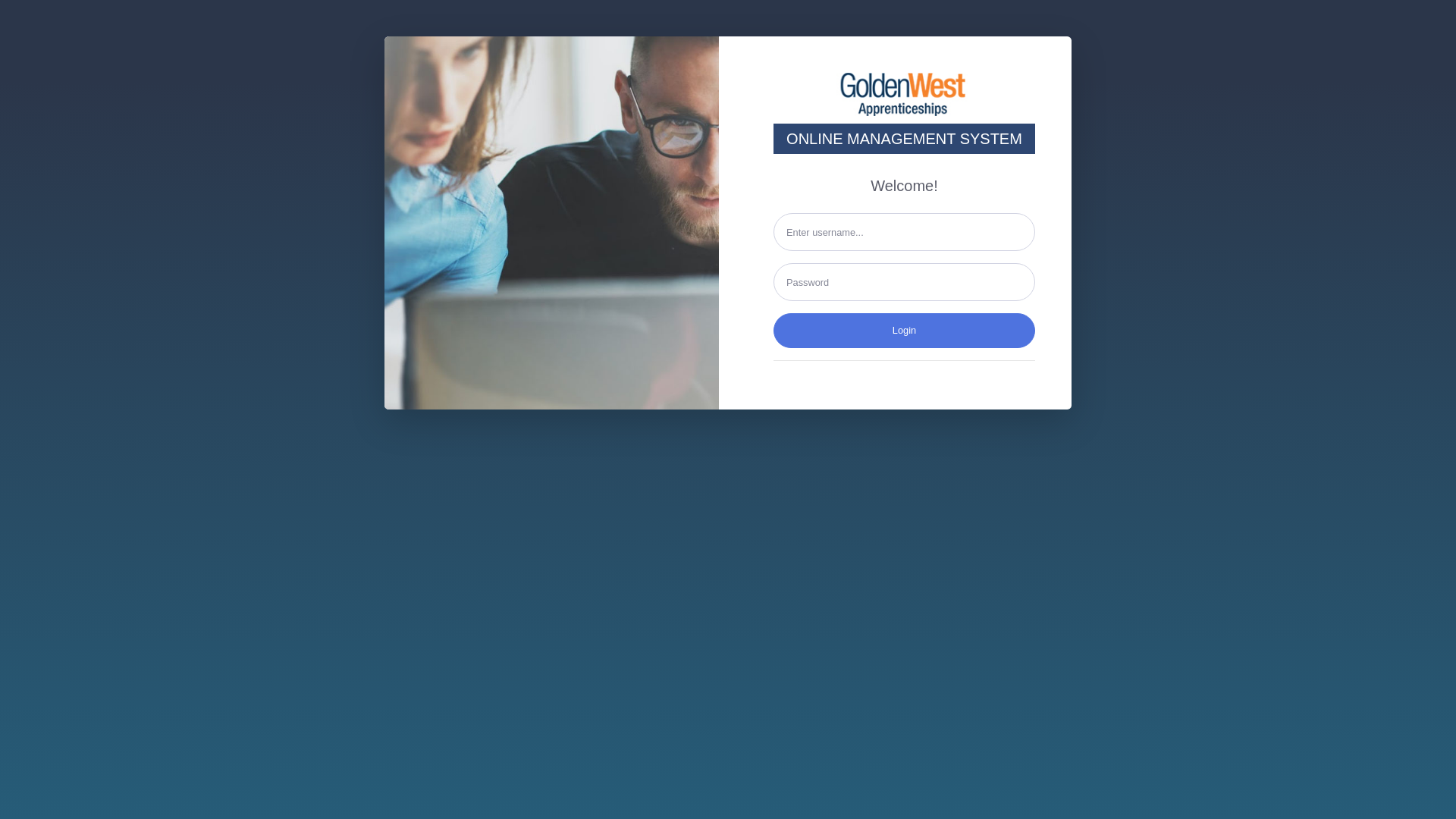 The image size is (1456, 819). I want to click on 'Login', so click(904, 329).